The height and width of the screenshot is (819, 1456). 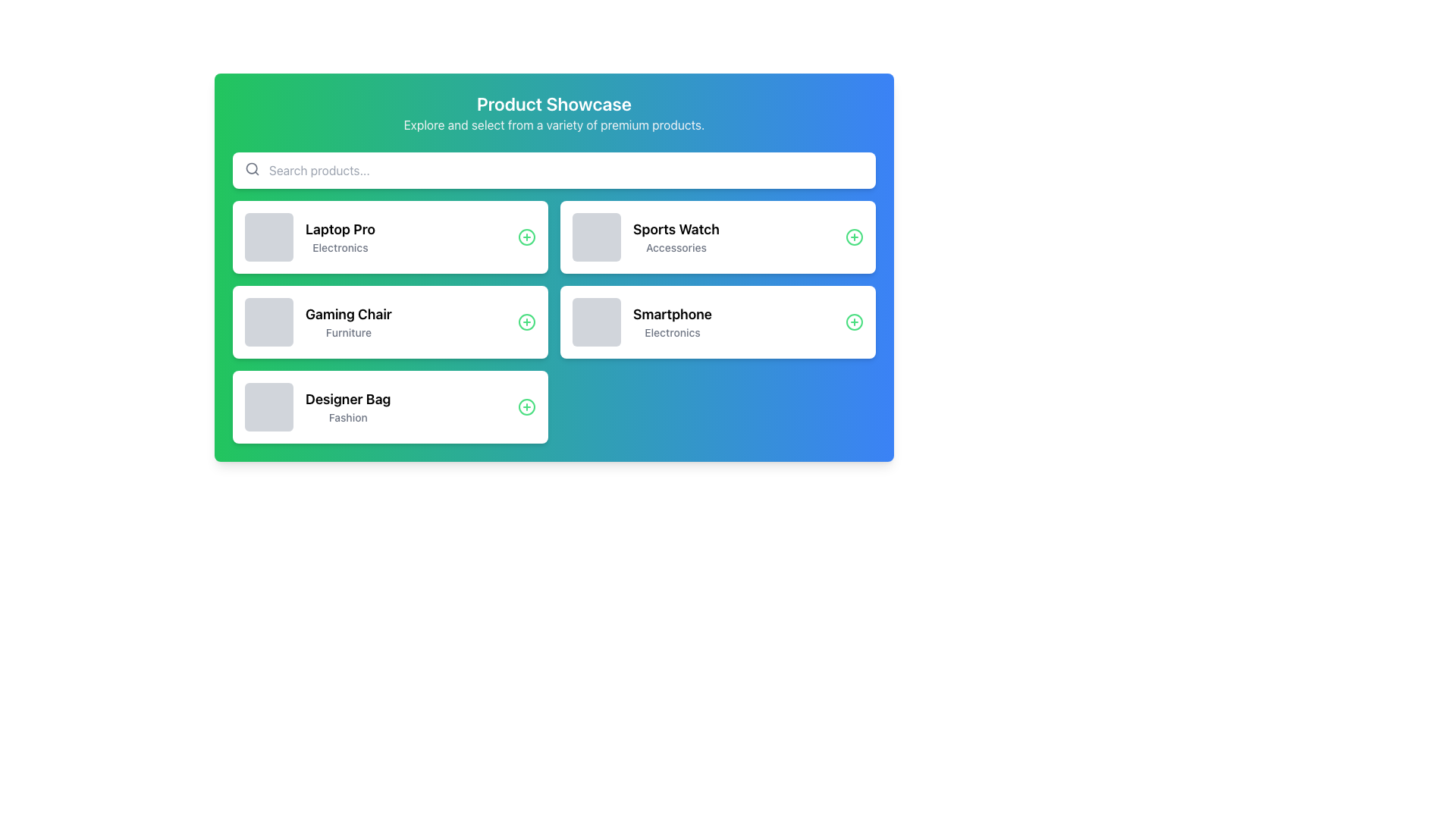 What do you see at coordinates (642, 321) in the screenshot?
I see `the informational label displaying 'Smartphone' in the product grid, located in the second column of the second row` at bounding box center [642, 321].